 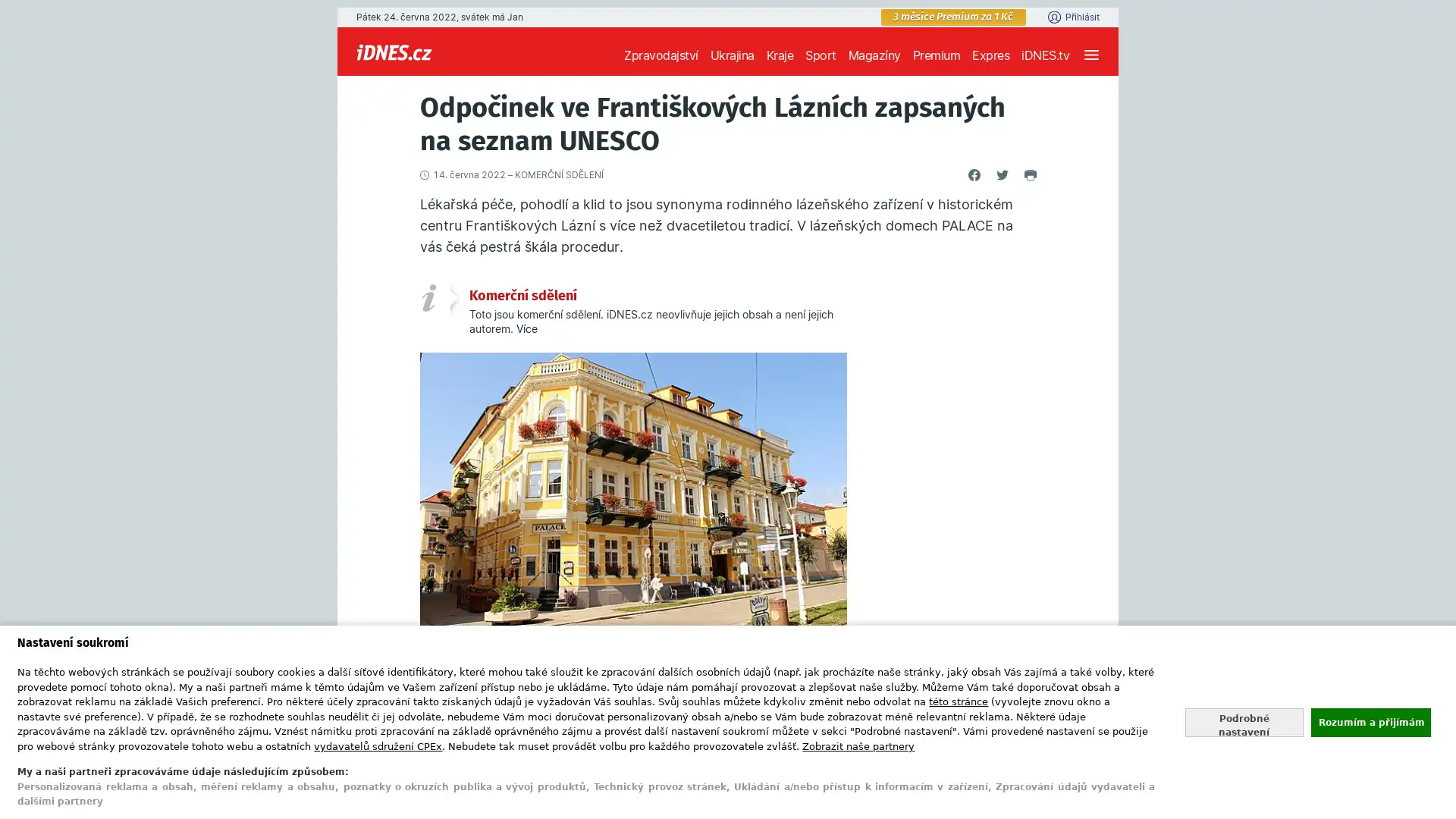 What do you see at coordinates (858, 745) in the screenshot?
I see `Zobrazit nase partnery` at bounding box center [858, 745].